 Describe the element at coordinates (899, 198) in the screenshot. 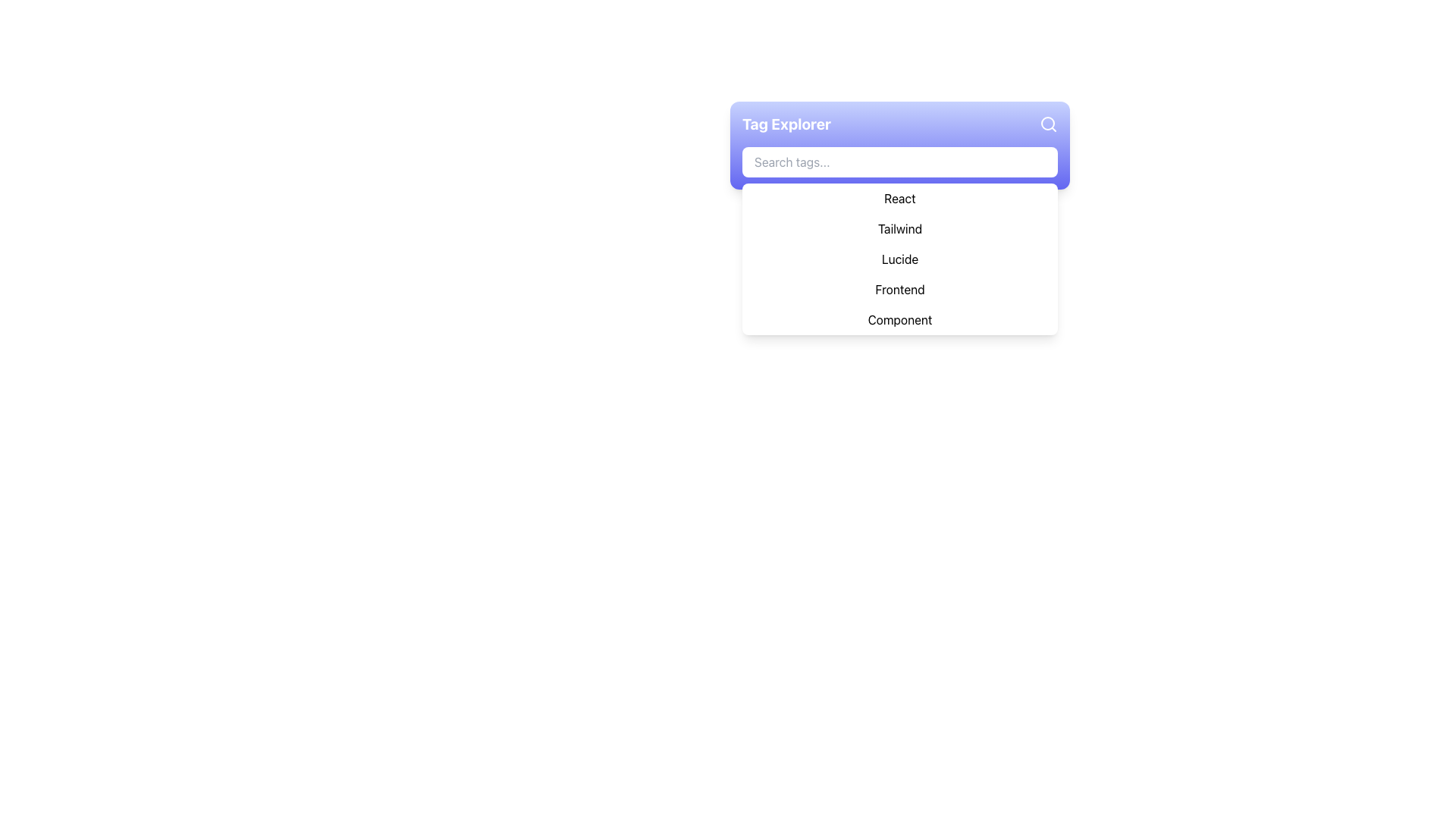

I see `the text entry displaying 'React' in the dropdown menu, which is the first item in the list beneath the 'Tag Explorer' search bar` at that location.